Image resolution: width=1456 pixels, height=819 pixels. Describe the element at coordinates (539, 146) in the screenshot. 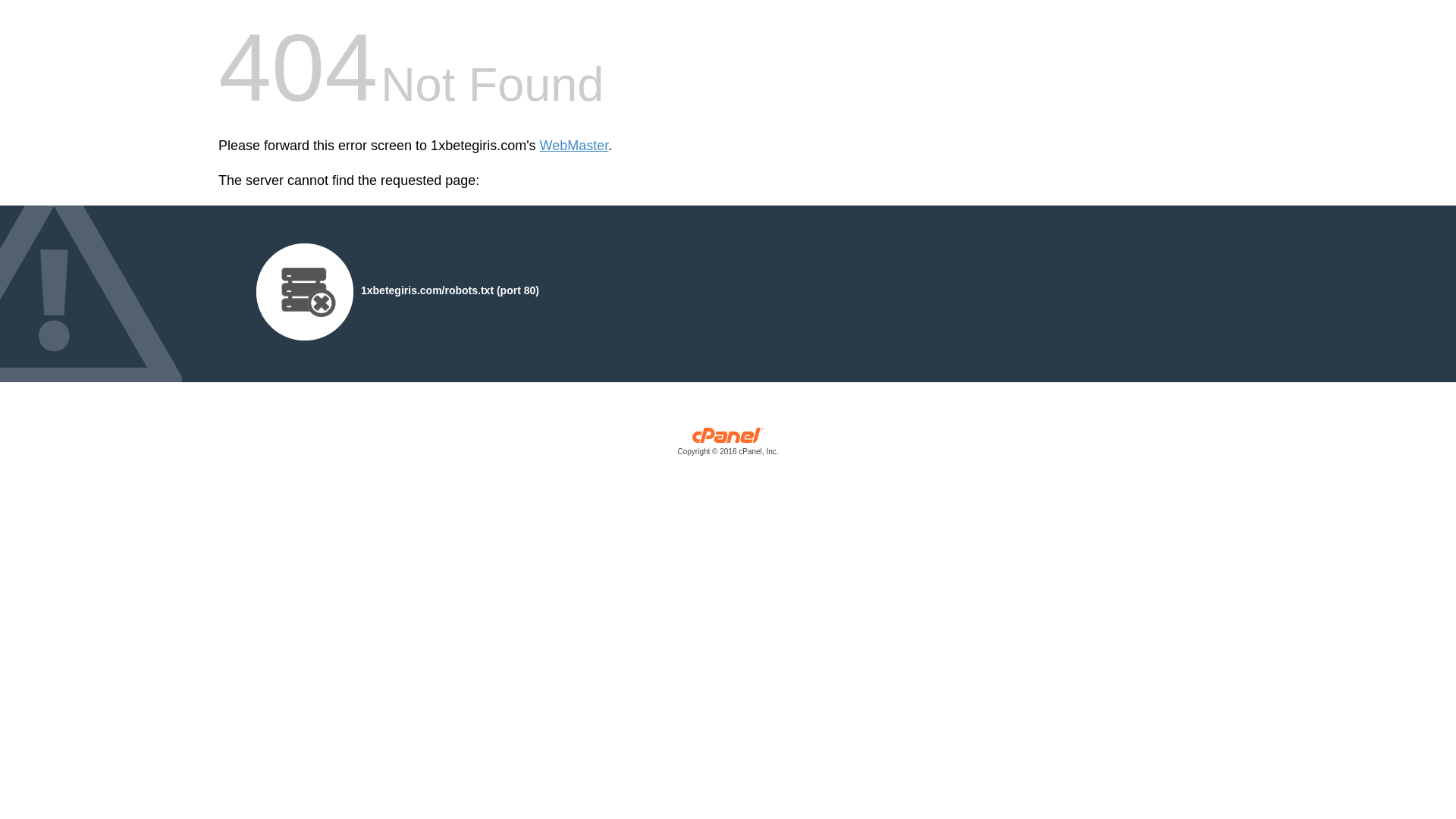

I see `'WebMaster'` at that location.